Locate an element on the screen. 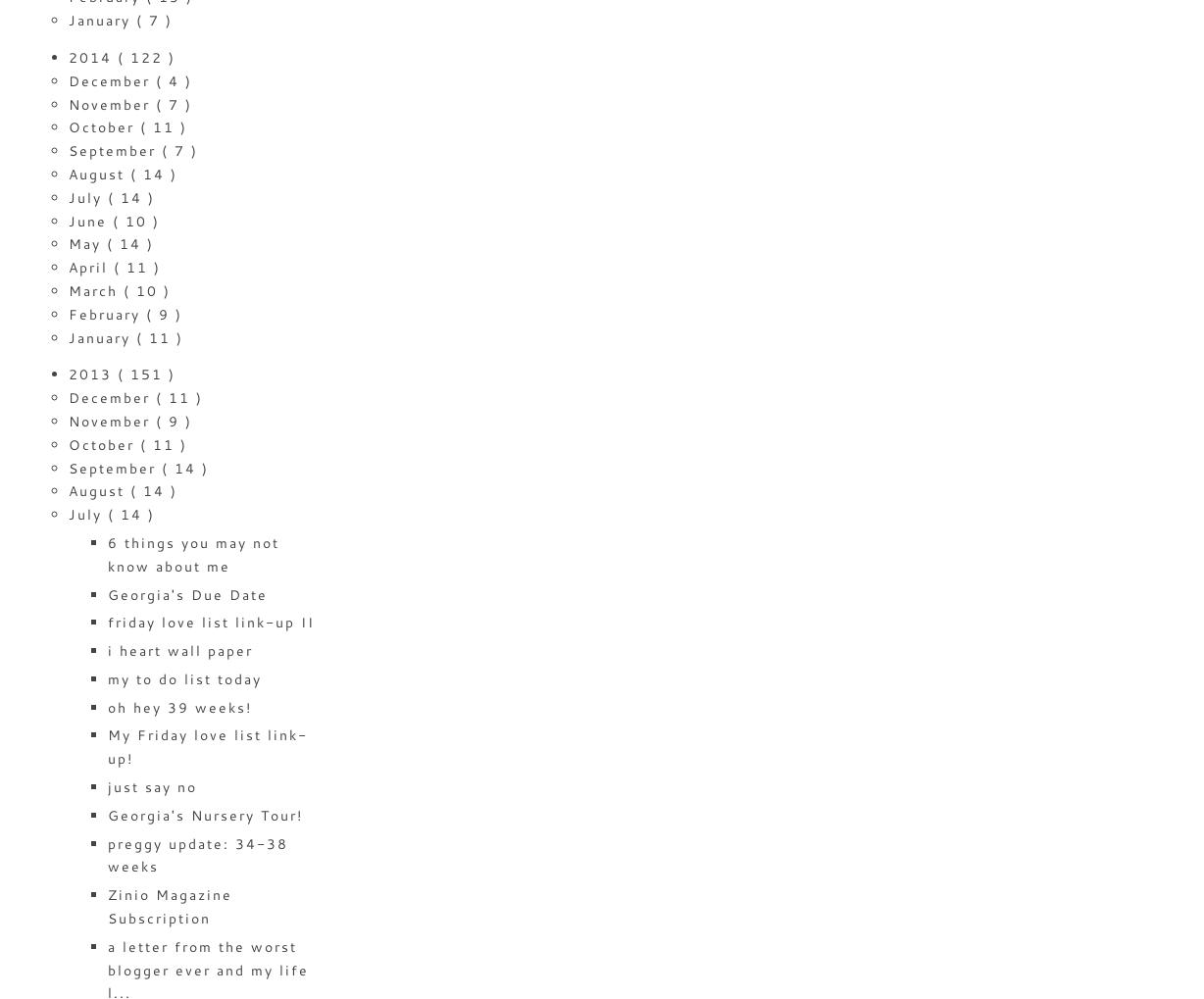 The width and height of the screenshot is (1204, 999). 'February' is located at coordinates (107, 312).